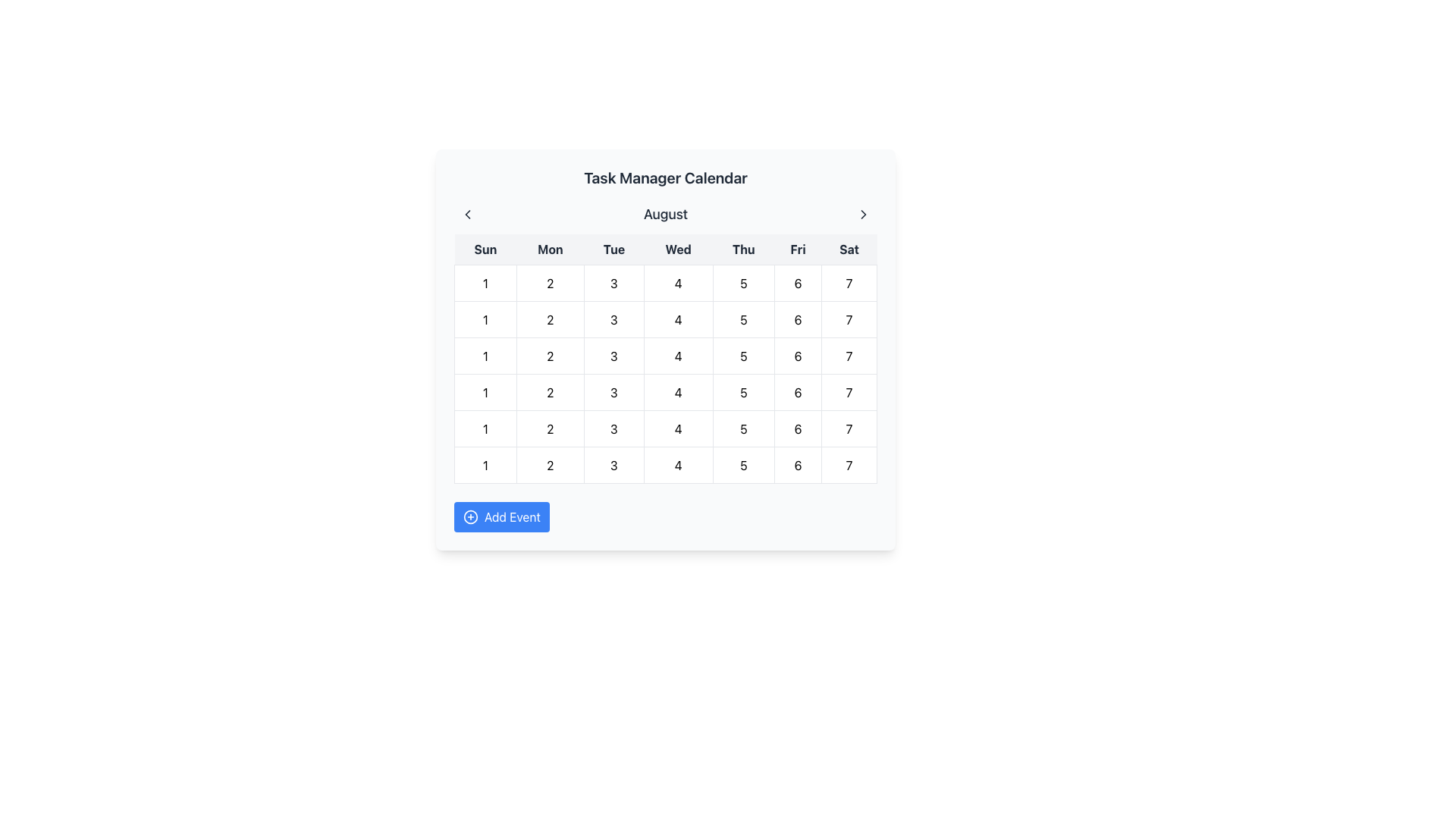  I want to click on the text label displaying the number '4' in the first row and fourth column of the calendar grid, so click(677, 356).